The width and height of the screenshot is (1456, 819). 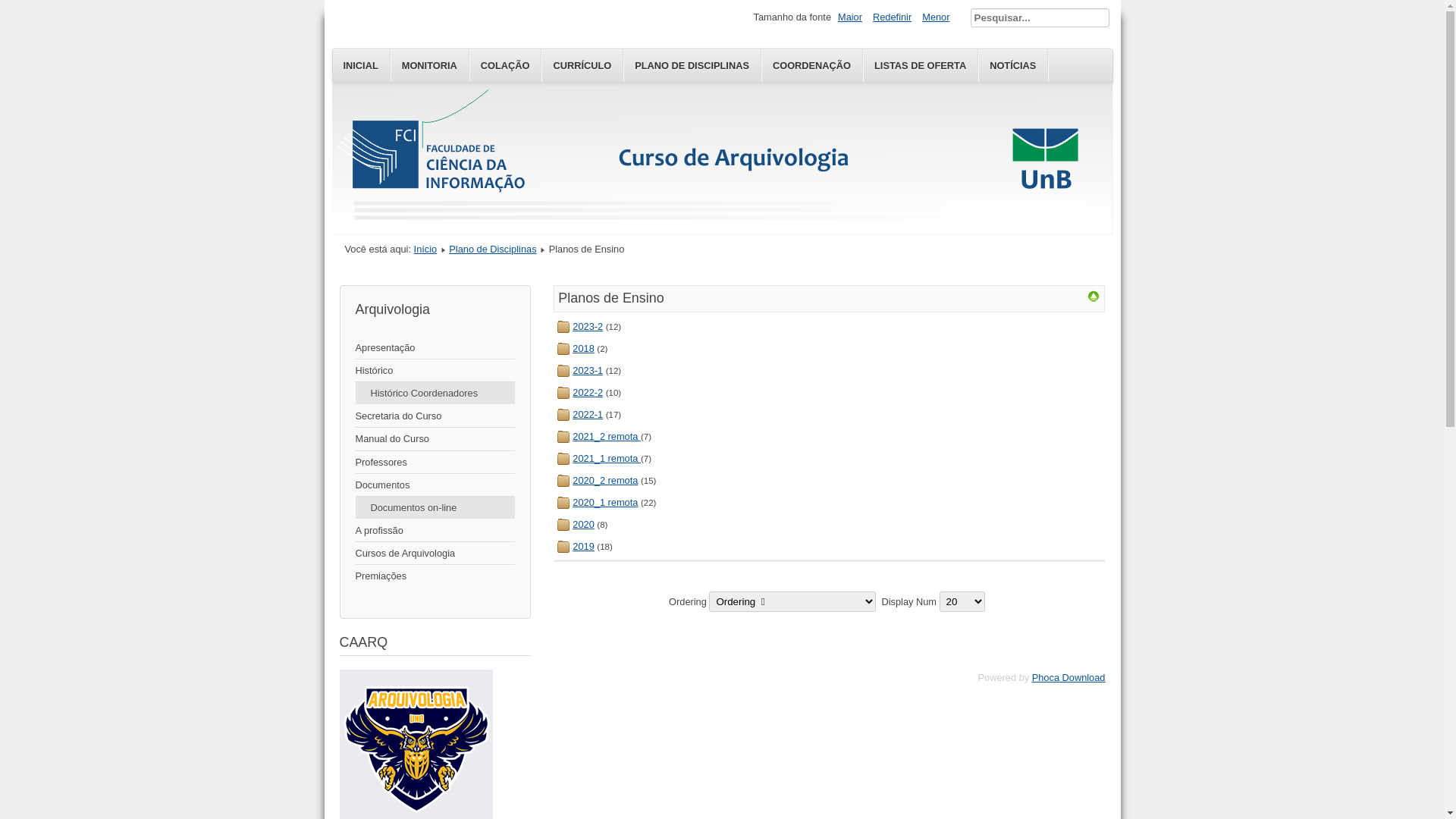 What do you see at coordinates (434, 485) in the screenshot?
I see `'Documentos'` at bounding box center [434, 485].